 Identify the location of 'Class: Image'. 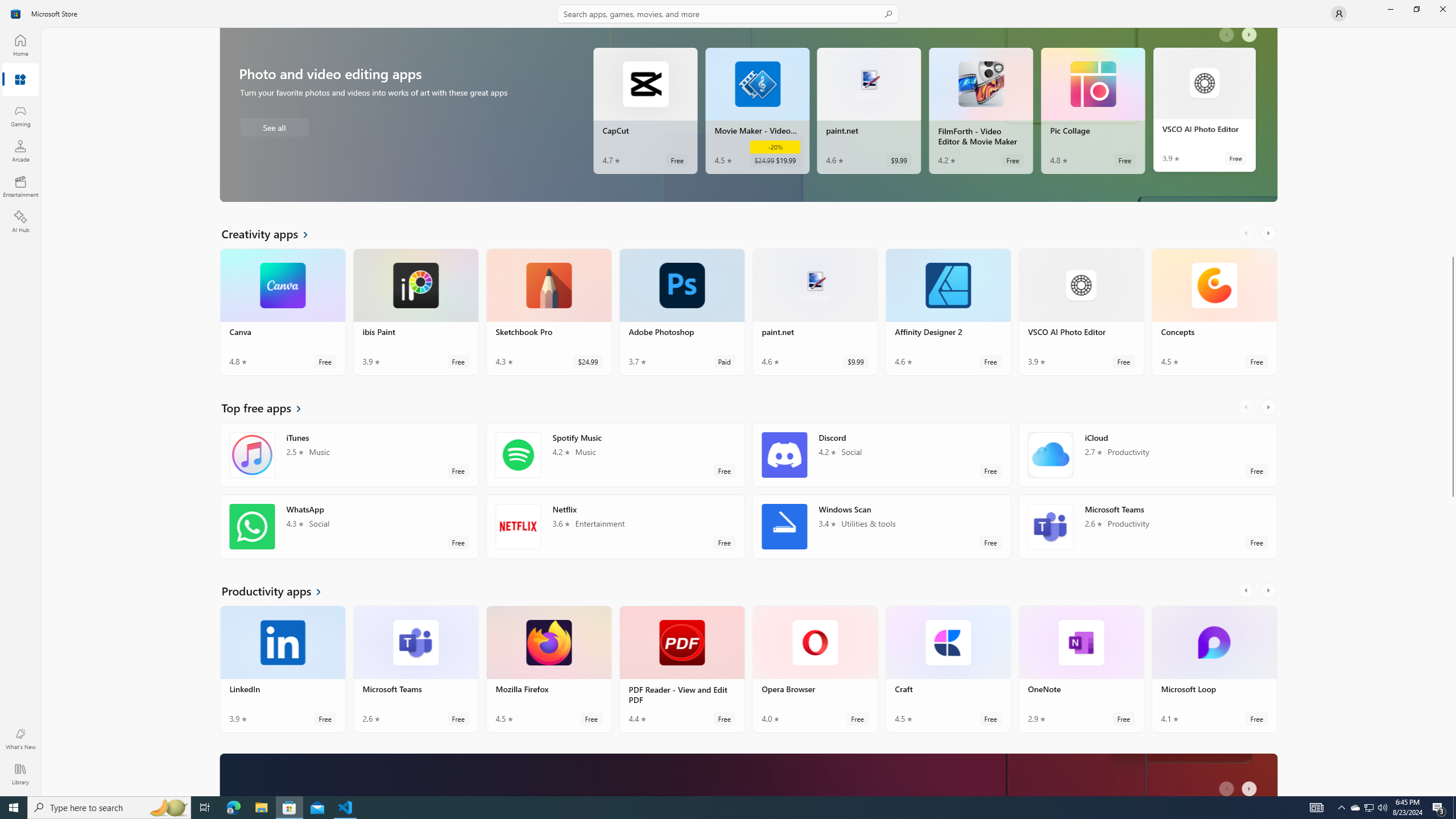
(16, 13).